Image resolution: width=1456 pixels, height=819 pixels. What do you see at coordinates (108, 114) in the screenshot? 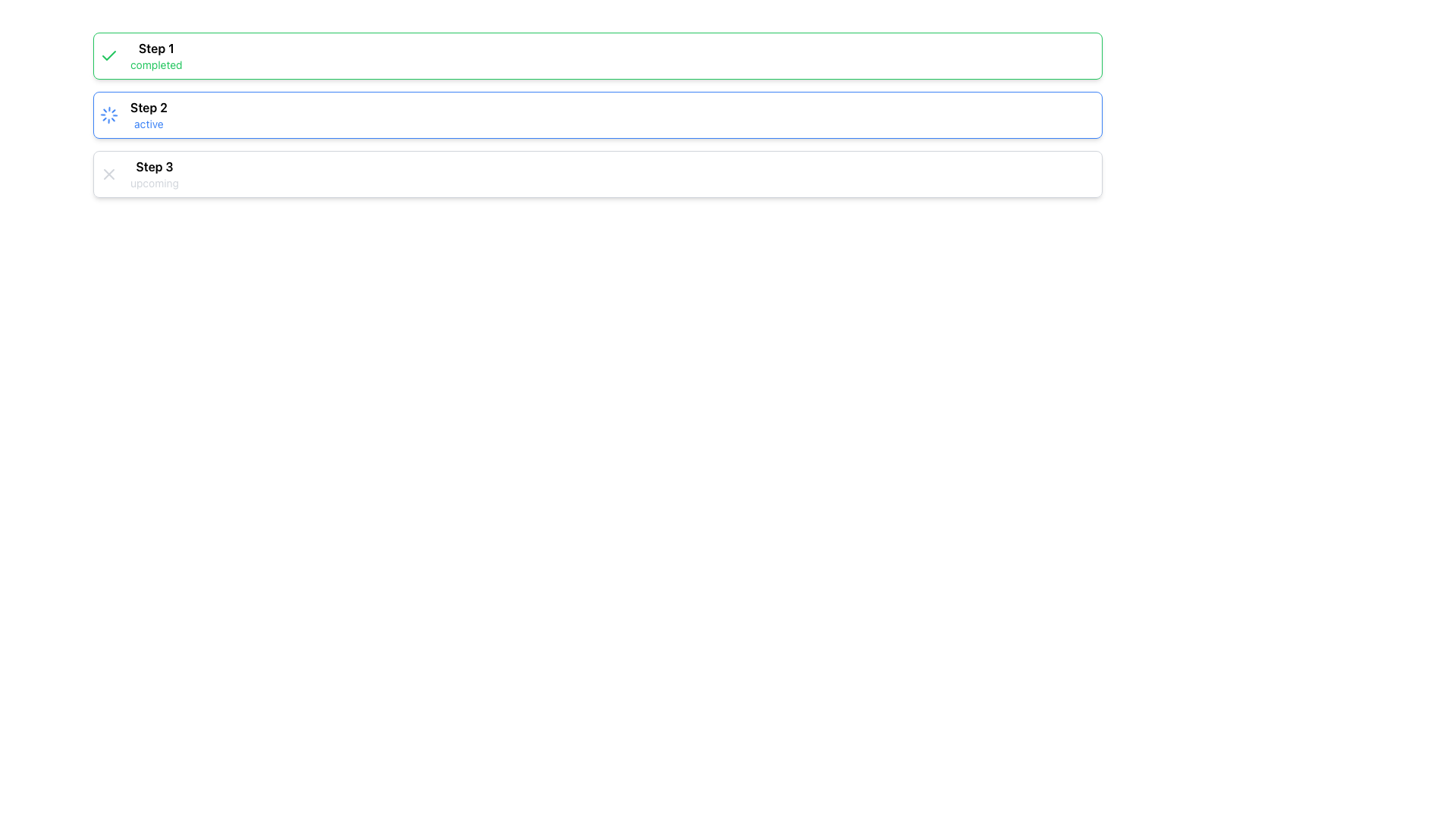
I see `the Spinner icon located in the 'Step 2' section of the progress bar, which indicates that Step 2 is currently active` at bounding box center [108, 114].